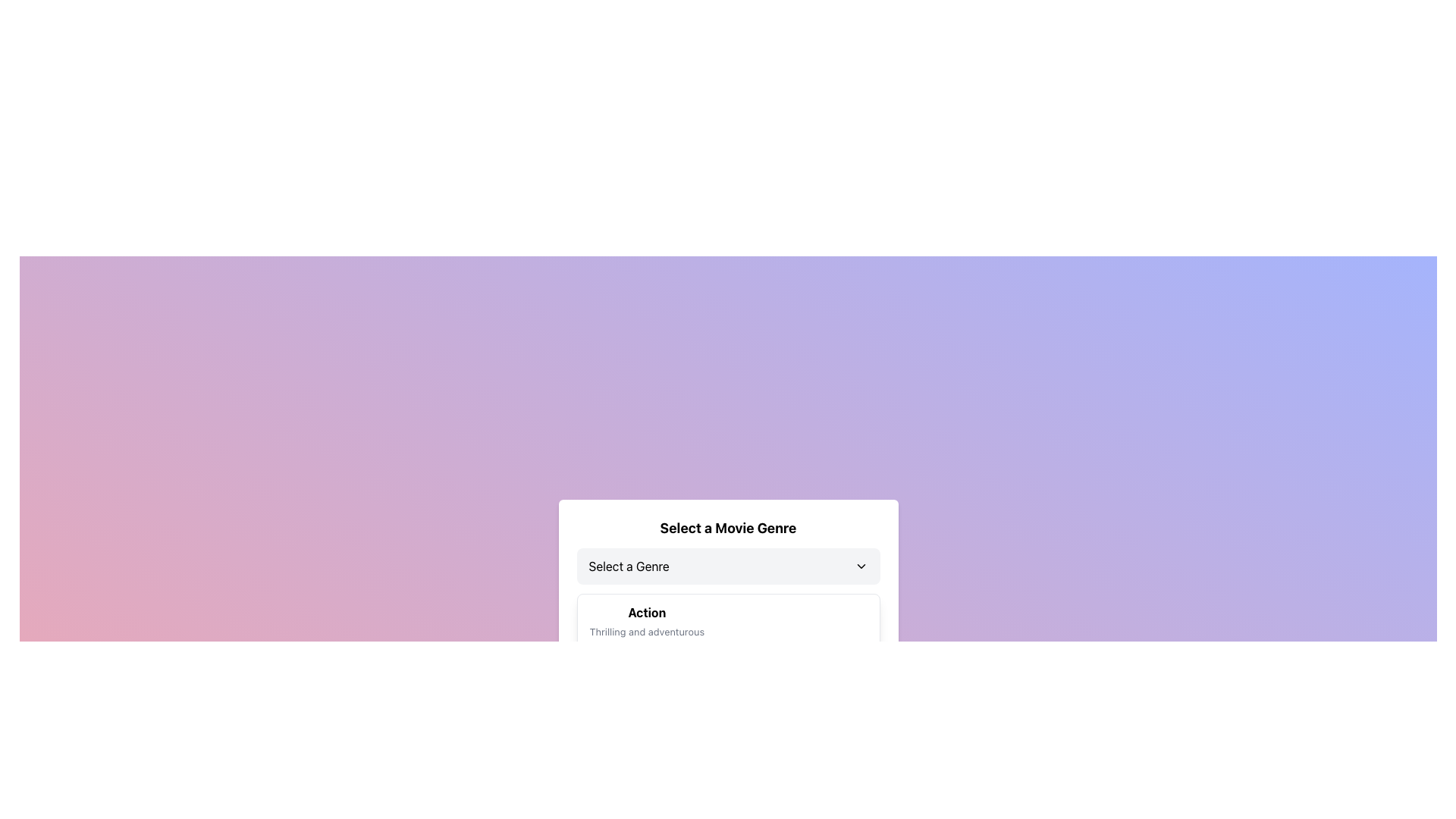 The width and height of the screenshot is (1456, 819). I want to click on the Dropdown icon located to the right of the 'Select a Genre.' label, so click(861, 566).